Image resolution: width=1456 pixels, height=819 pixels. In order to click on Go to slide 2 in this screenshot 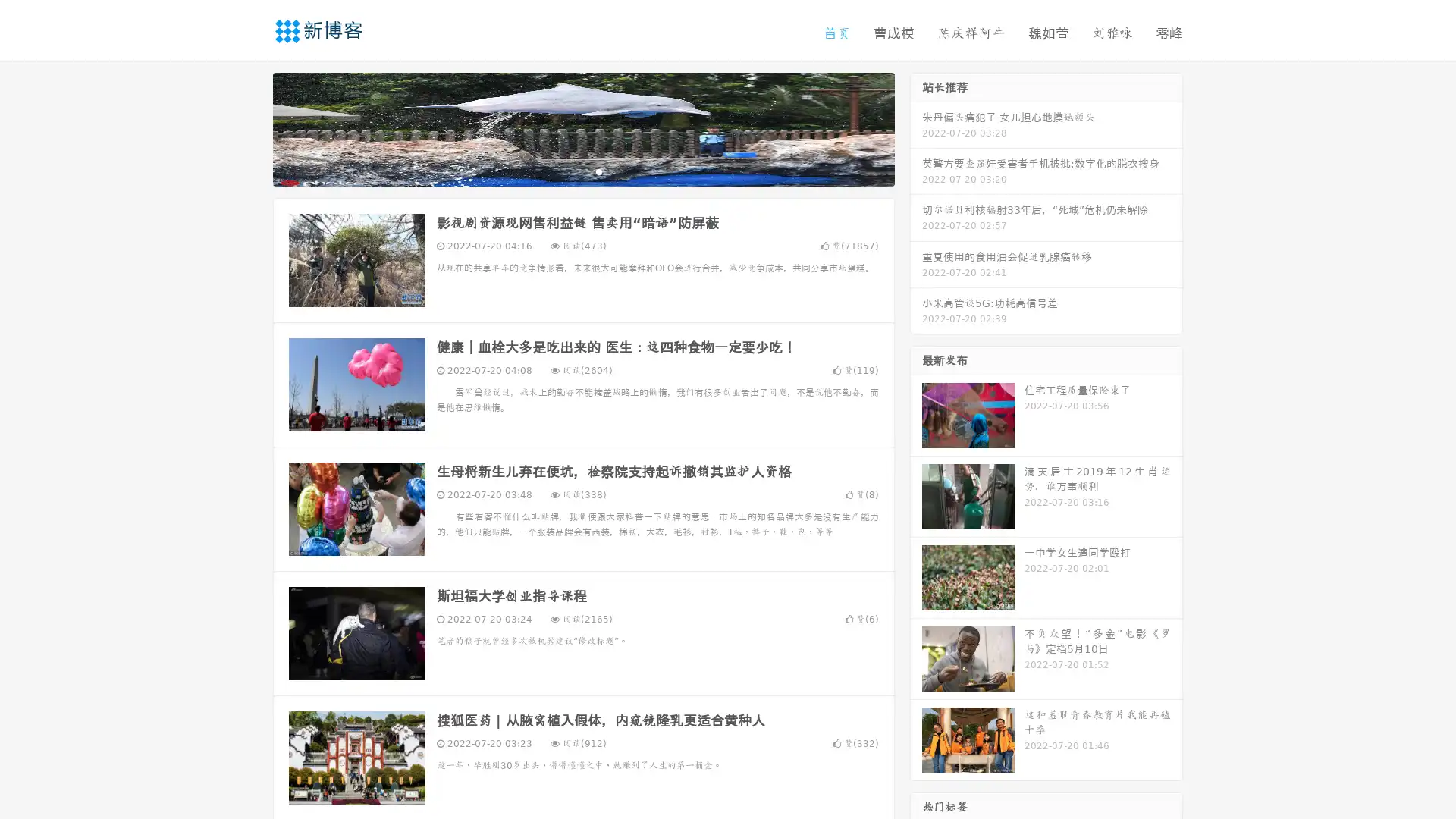, I will do `click(582, 171)`.